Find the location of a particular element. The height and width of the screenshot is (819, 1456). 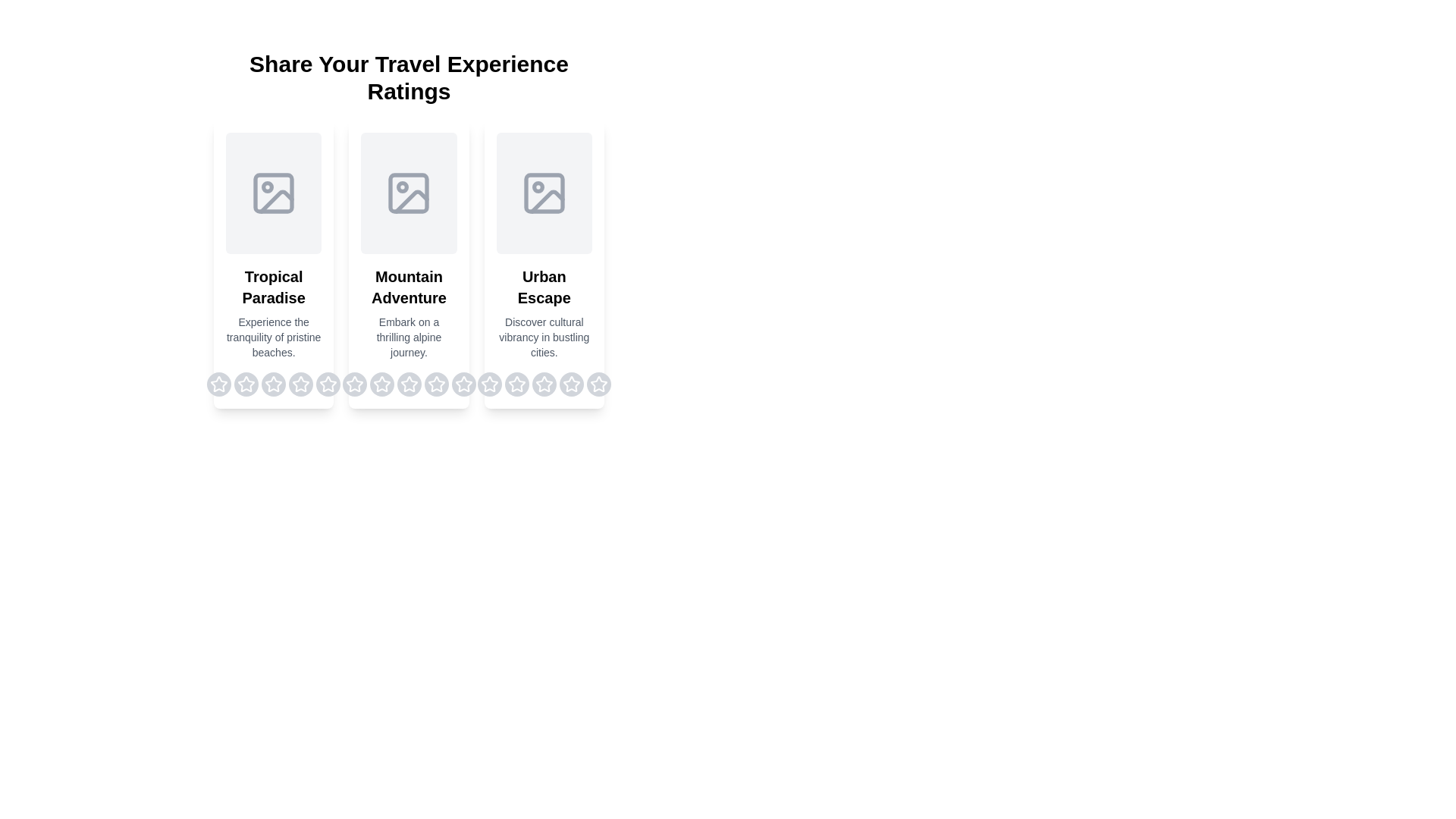

the placeholder image for the destination Urban Escape is located at coordinates (543, 192).